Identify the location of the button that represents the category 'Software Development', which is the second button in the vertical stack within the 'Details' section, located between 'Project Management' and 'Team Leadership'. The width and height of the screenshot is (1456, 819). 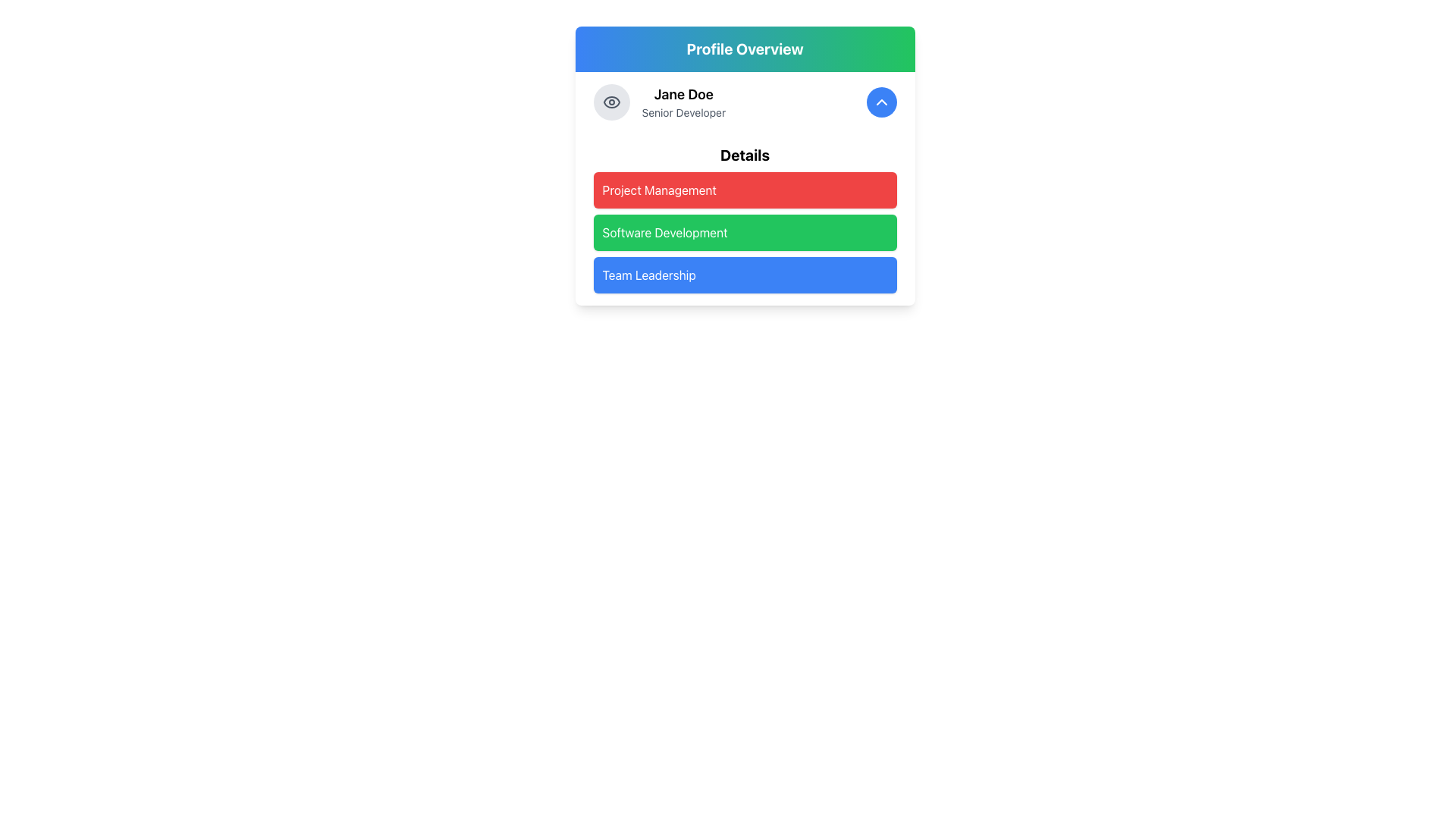
(745, 219).